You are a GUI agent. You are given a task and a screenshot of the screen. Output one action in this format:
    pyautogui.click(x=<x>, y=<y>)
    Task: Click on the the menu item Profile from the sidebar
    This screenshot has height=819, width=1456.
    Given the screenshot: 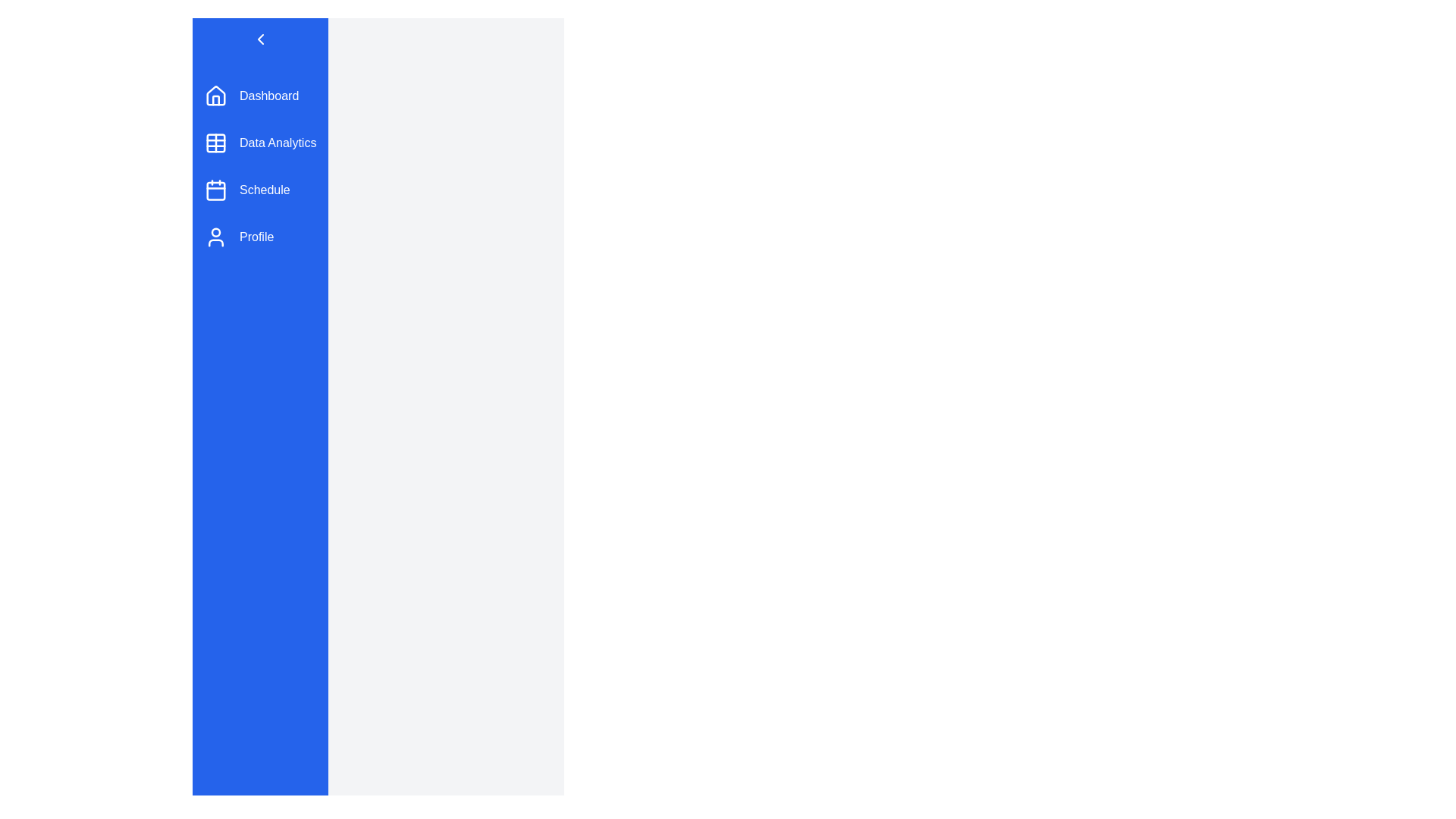 What is the action you would take?
    pyautogui.click(x=260, y=237)
    